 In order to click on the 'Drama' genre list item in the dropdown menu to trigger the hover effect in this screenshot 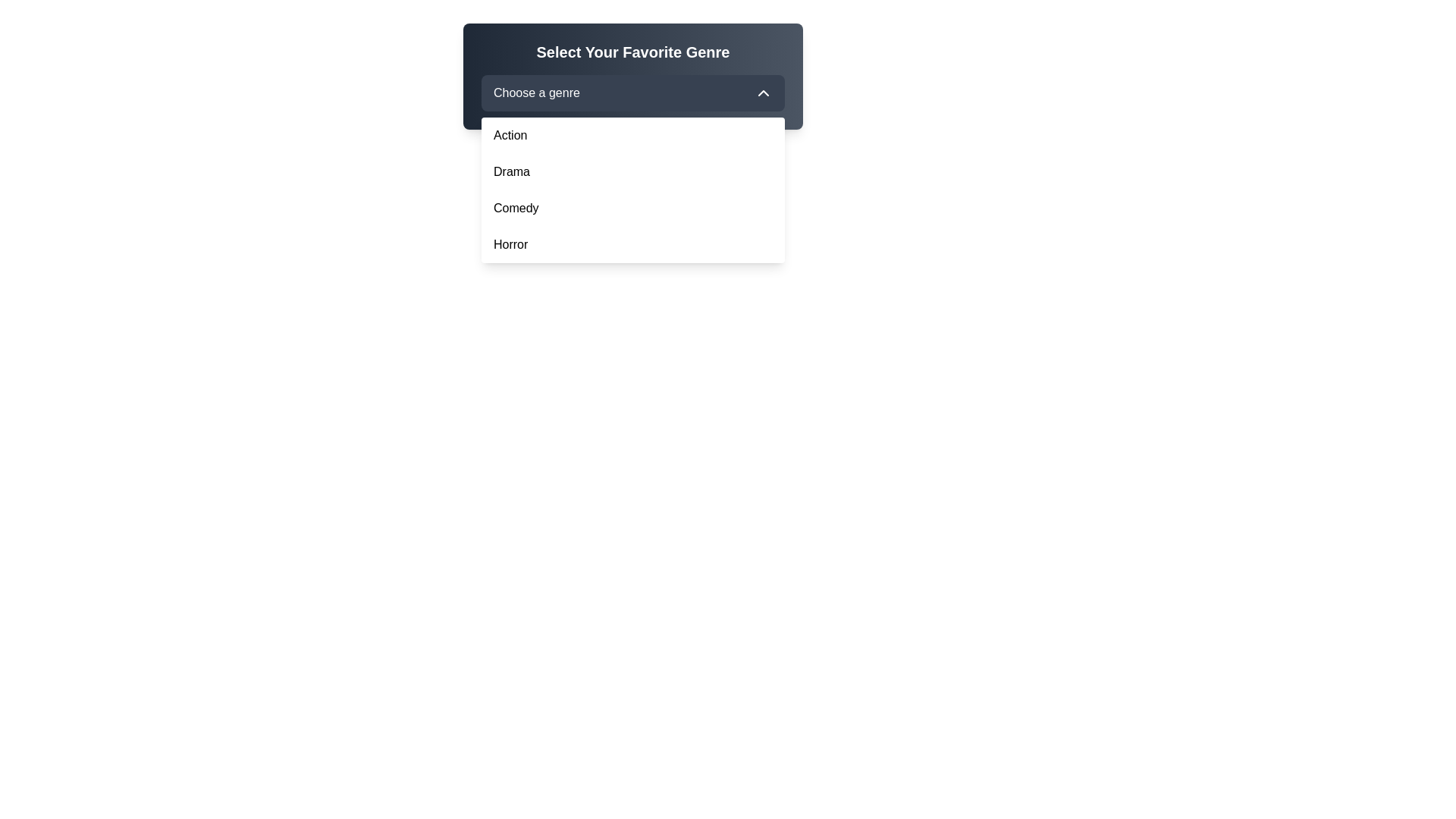, I will do `click(633, 171)`.